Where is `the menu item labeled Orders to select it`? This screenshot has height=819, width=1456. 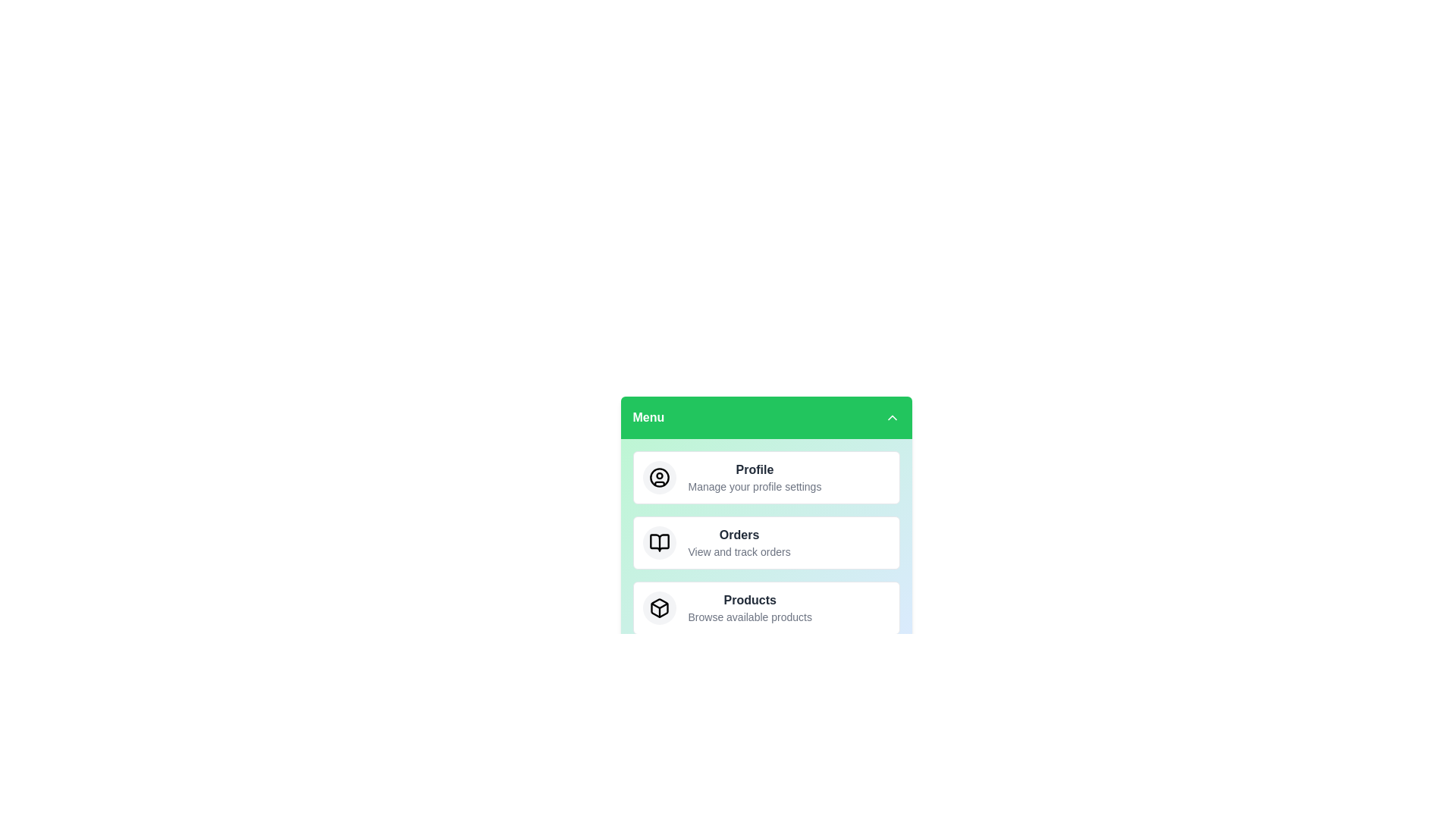
the menu item labeled Orders to select it is located at coordinates (766, 542).